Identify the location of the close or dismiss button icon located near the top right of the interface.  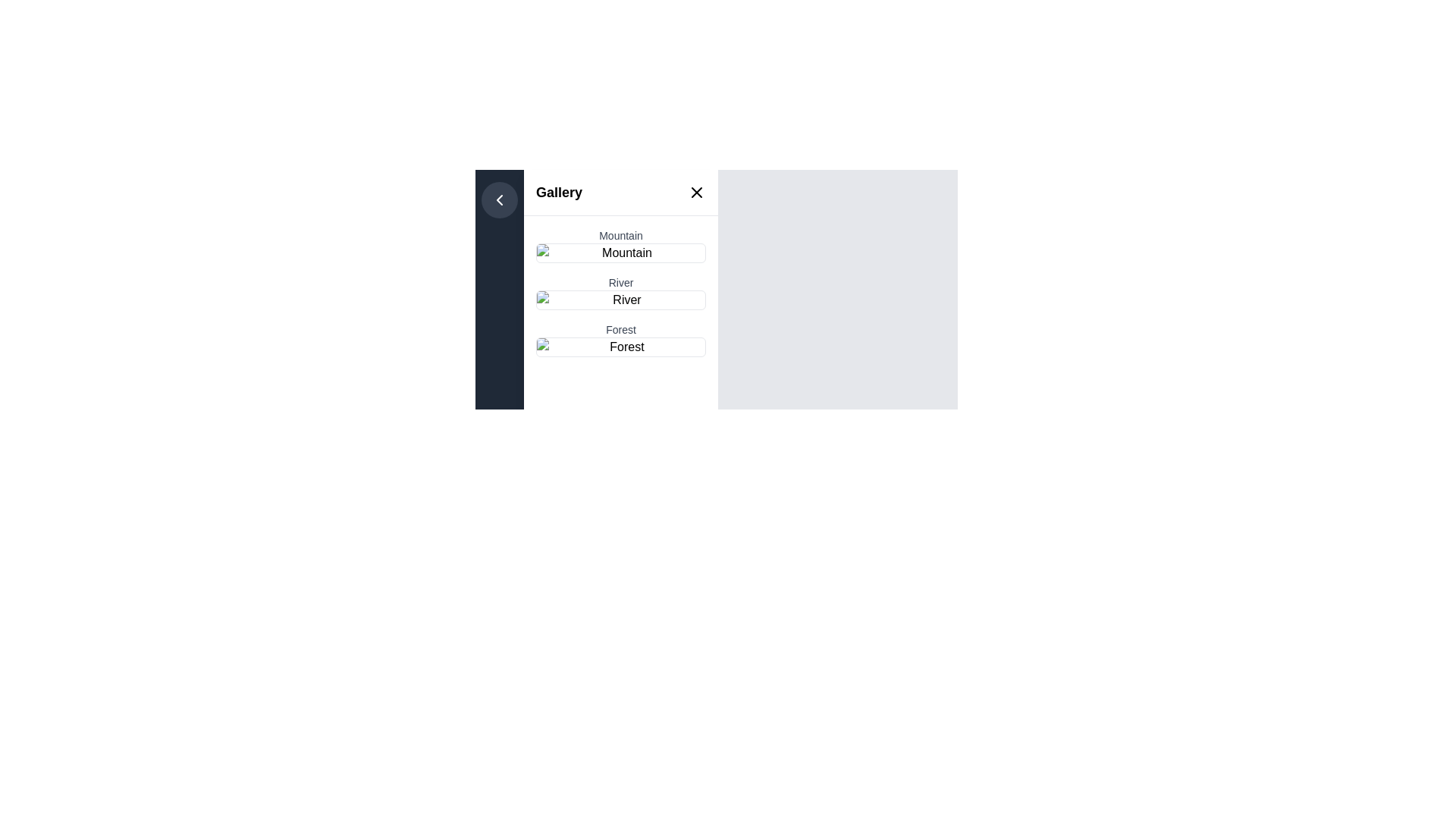
(695, 192).